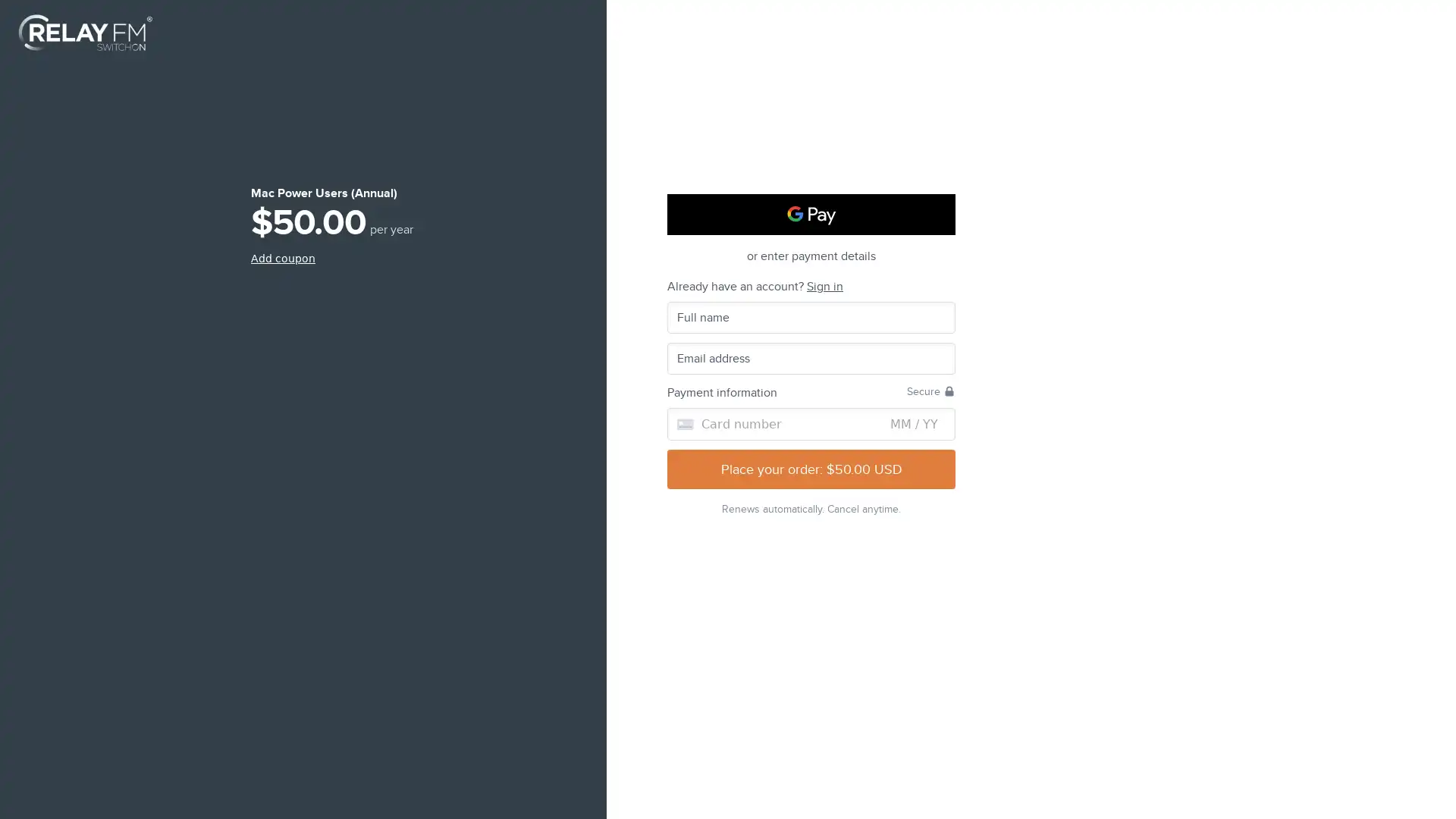 This screenshot has width=1456, height=819. Describe the element at coordinates (811, 468) in the screenshot. I see `Place your order: $50.00 USD` at that location.